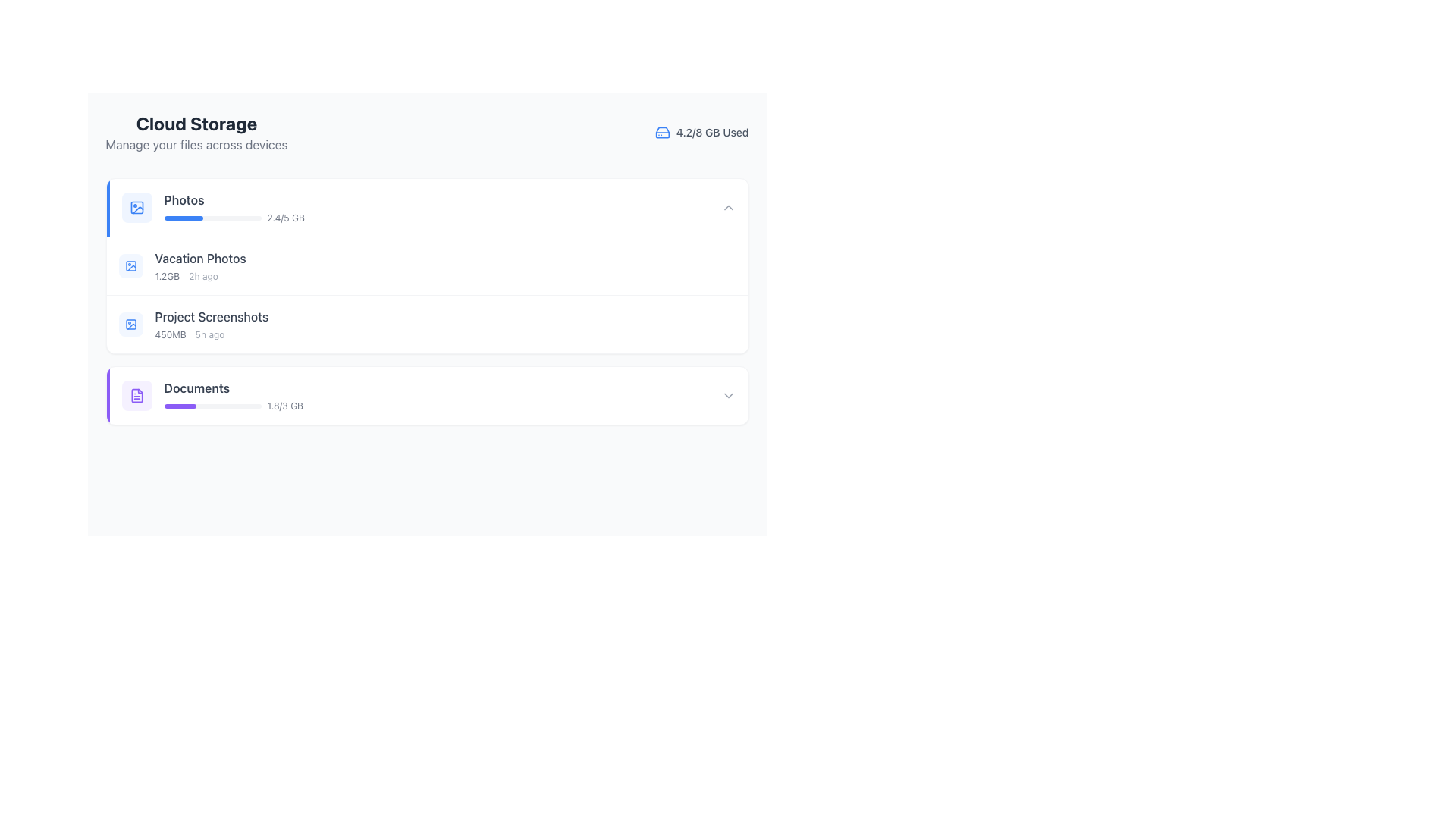 The width and height of the screenshot is (1456, 819). What do you see at coordinates (724, 512) in the screenshot?
I see `the menu trigger button located in the bottom-right corner of the interface, associated with the 'Documents' item` at bounding box center [724, 512].